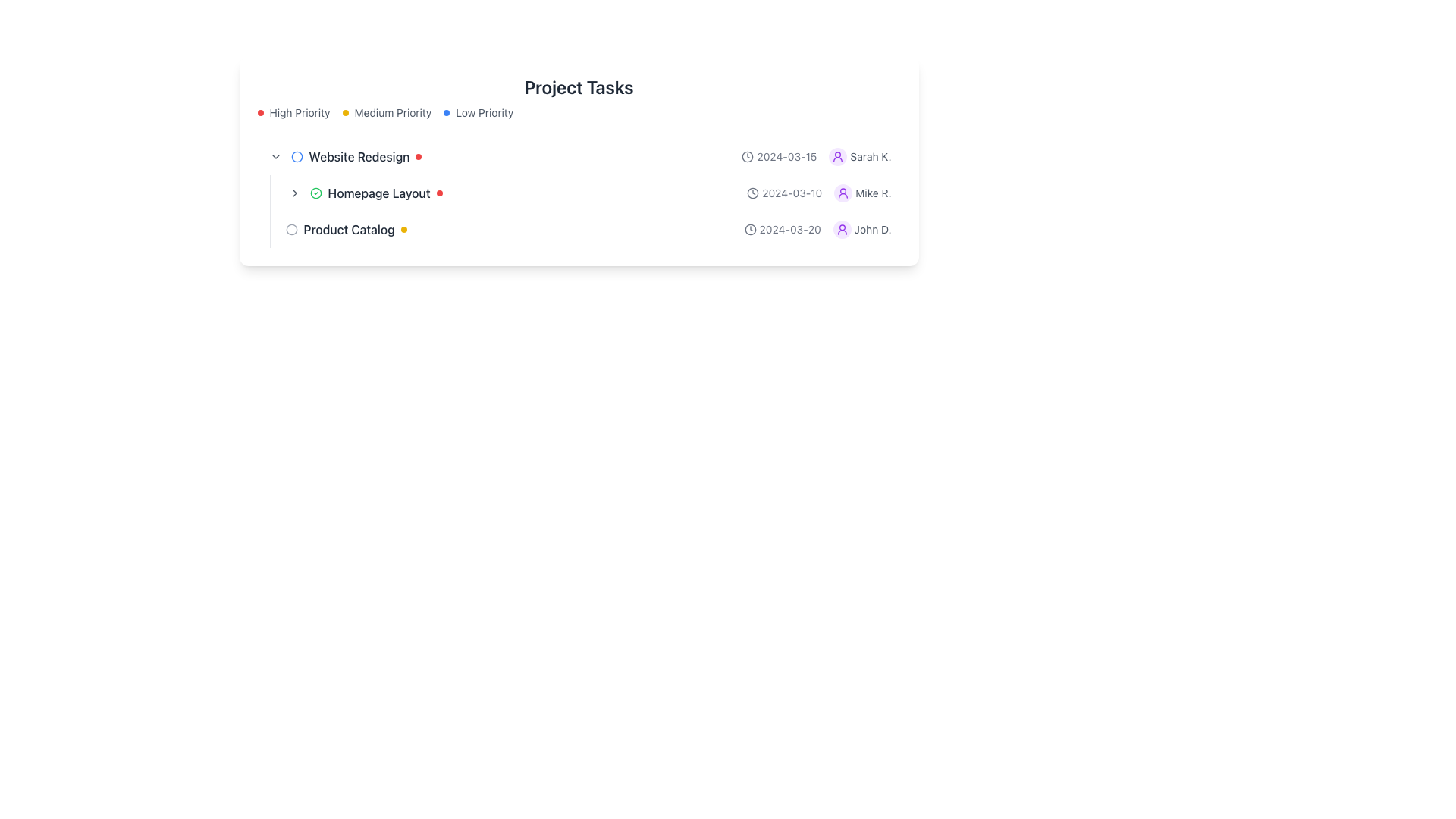 Image resolution: width=1456 pixels, height=819 pixels. Describe the element at coordinates (783, 230) in the screenshot. I see `the text label displaying the date '2024-03-20' with an adjacent clock icon, located in the third row under the 'Project Tasks' section, aligned with task owner 'John D.'` at that location.